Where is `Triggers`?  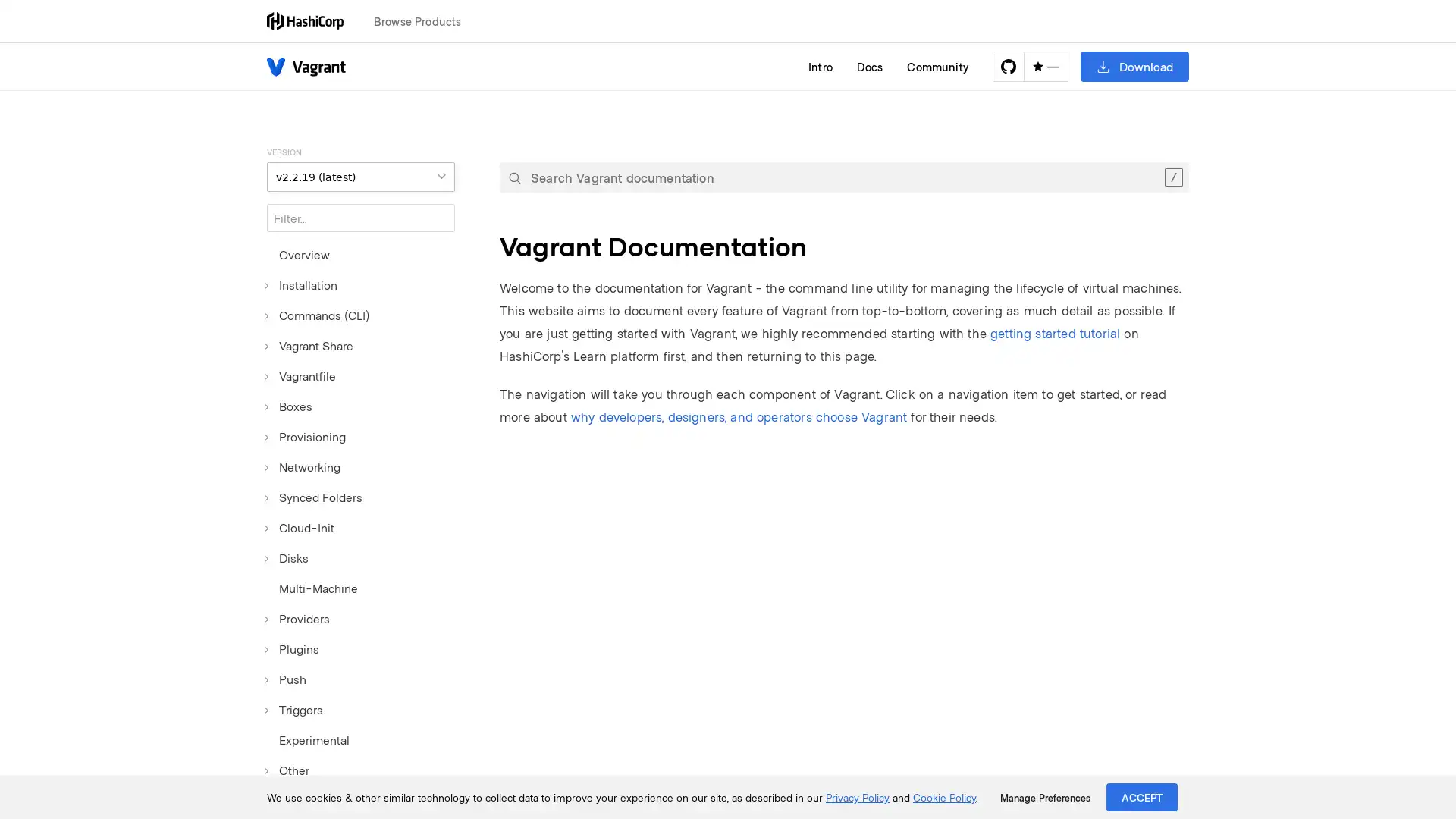 Triggers is located at coordinates (294, 710).